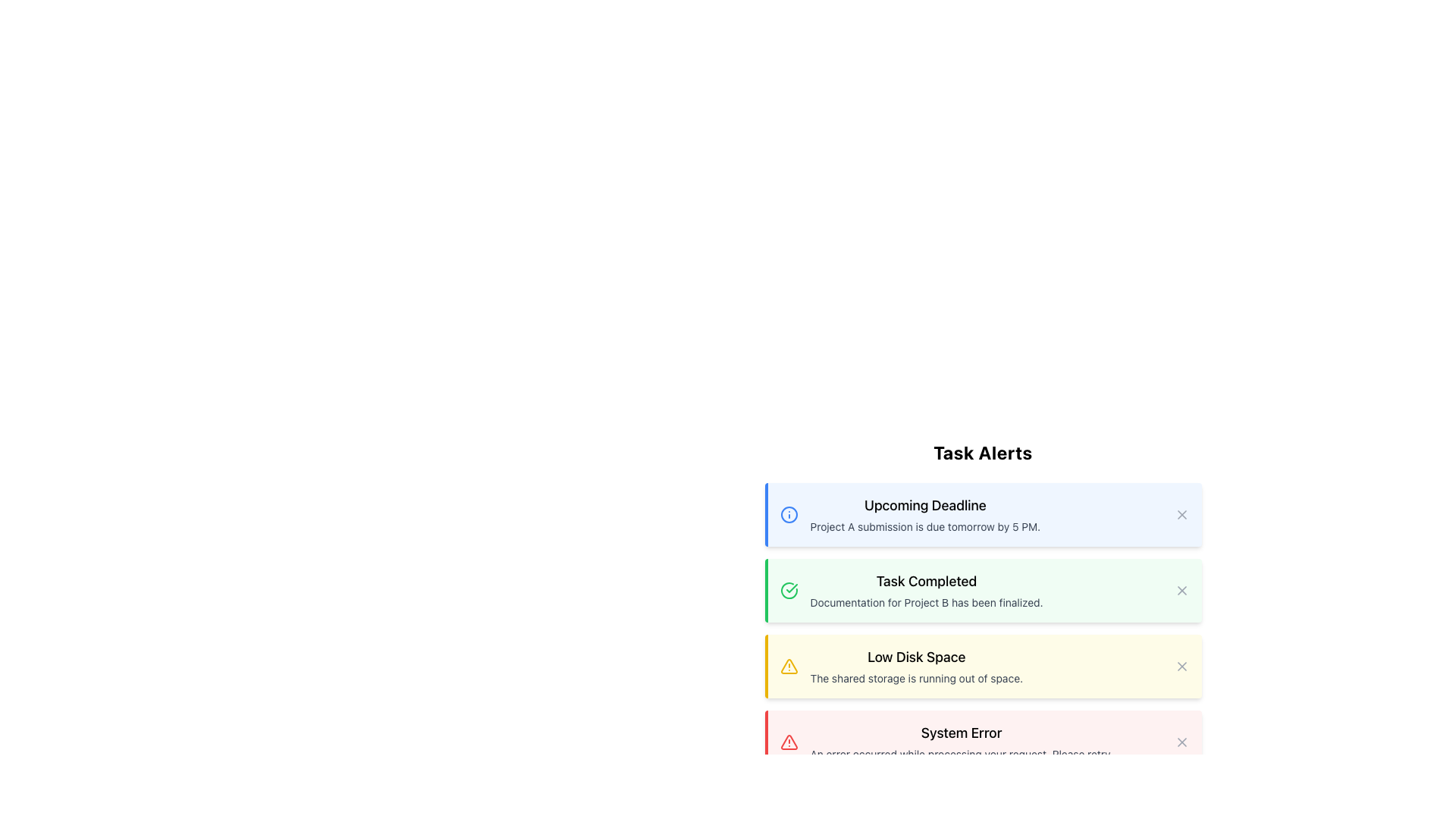 This screenshot has width=1456, height=819. Describe the element at coordinates (915, 666) in the screenshot. I see `the Notification element that displays 'Low Disk Space' with a yellow background, positioned between the 'Task Completed' and 'System Error' alerts` at that location.